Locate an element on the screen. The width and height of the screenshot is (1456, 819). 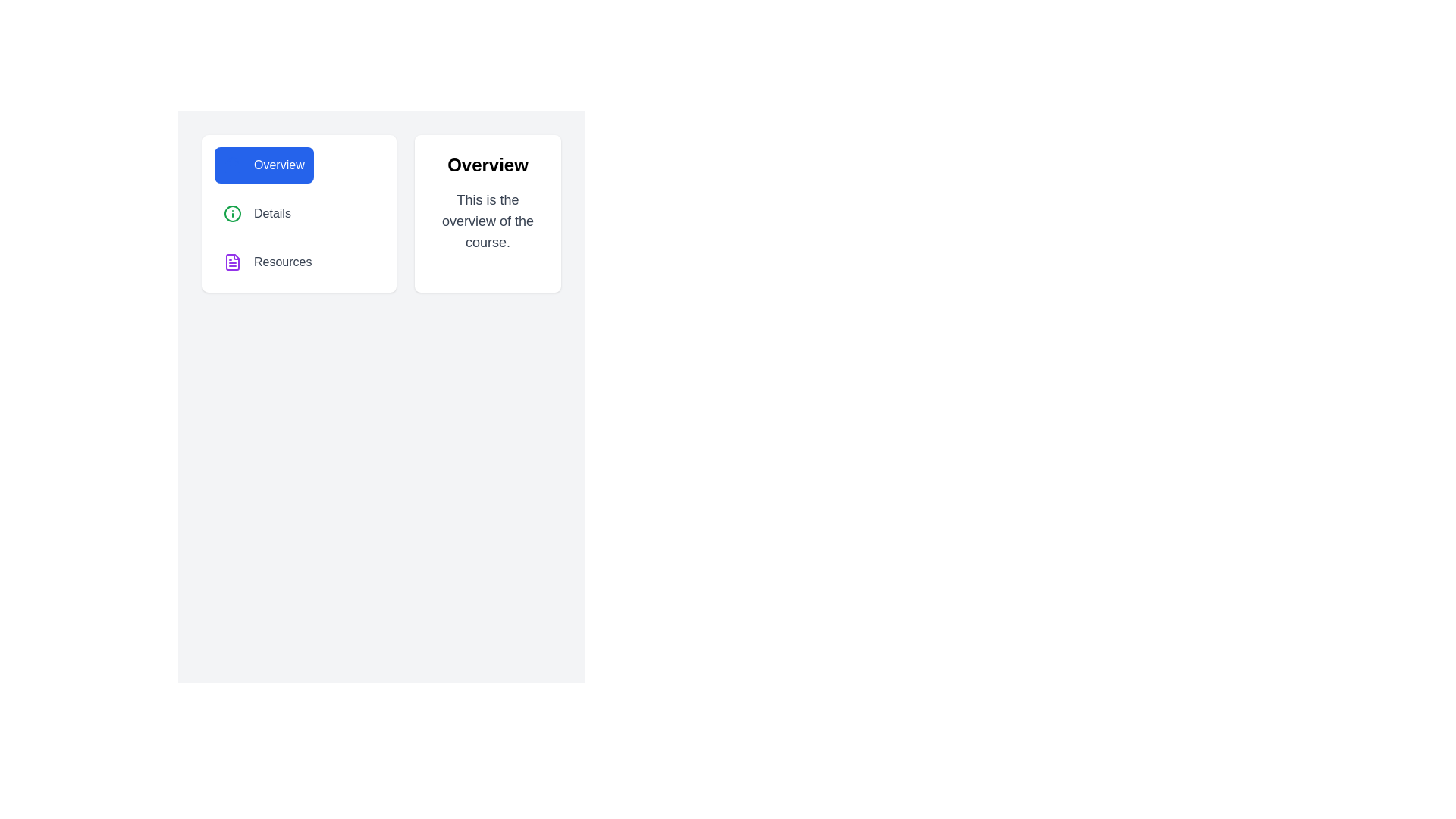
the text block containing the bold title 'Overview' and the smaller gray text 'This is the overview of the course.' is located at coordinates (488, 202).